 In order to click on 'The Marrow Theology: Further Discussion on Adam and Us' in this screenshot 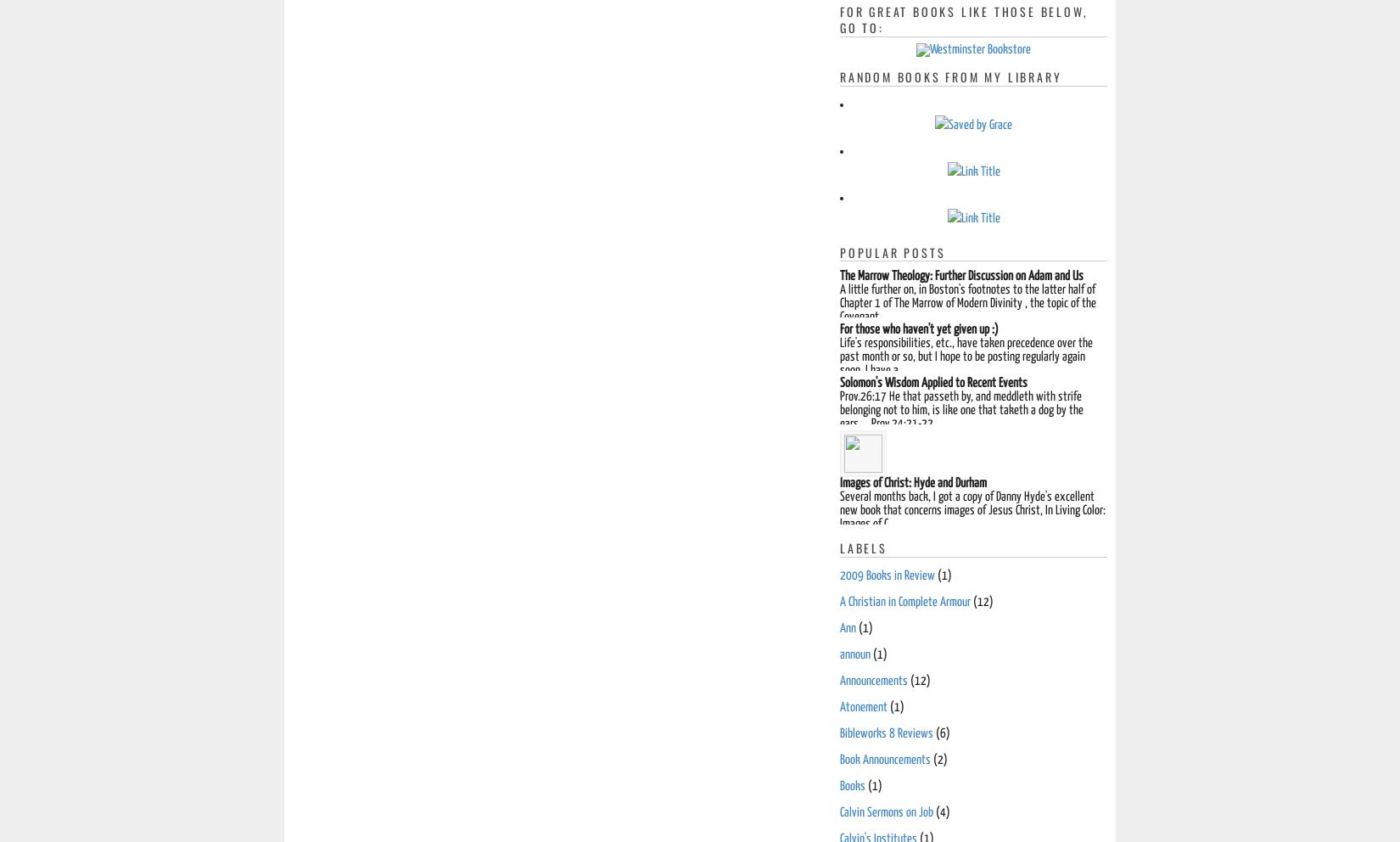, I will do `click(961, 276)`.